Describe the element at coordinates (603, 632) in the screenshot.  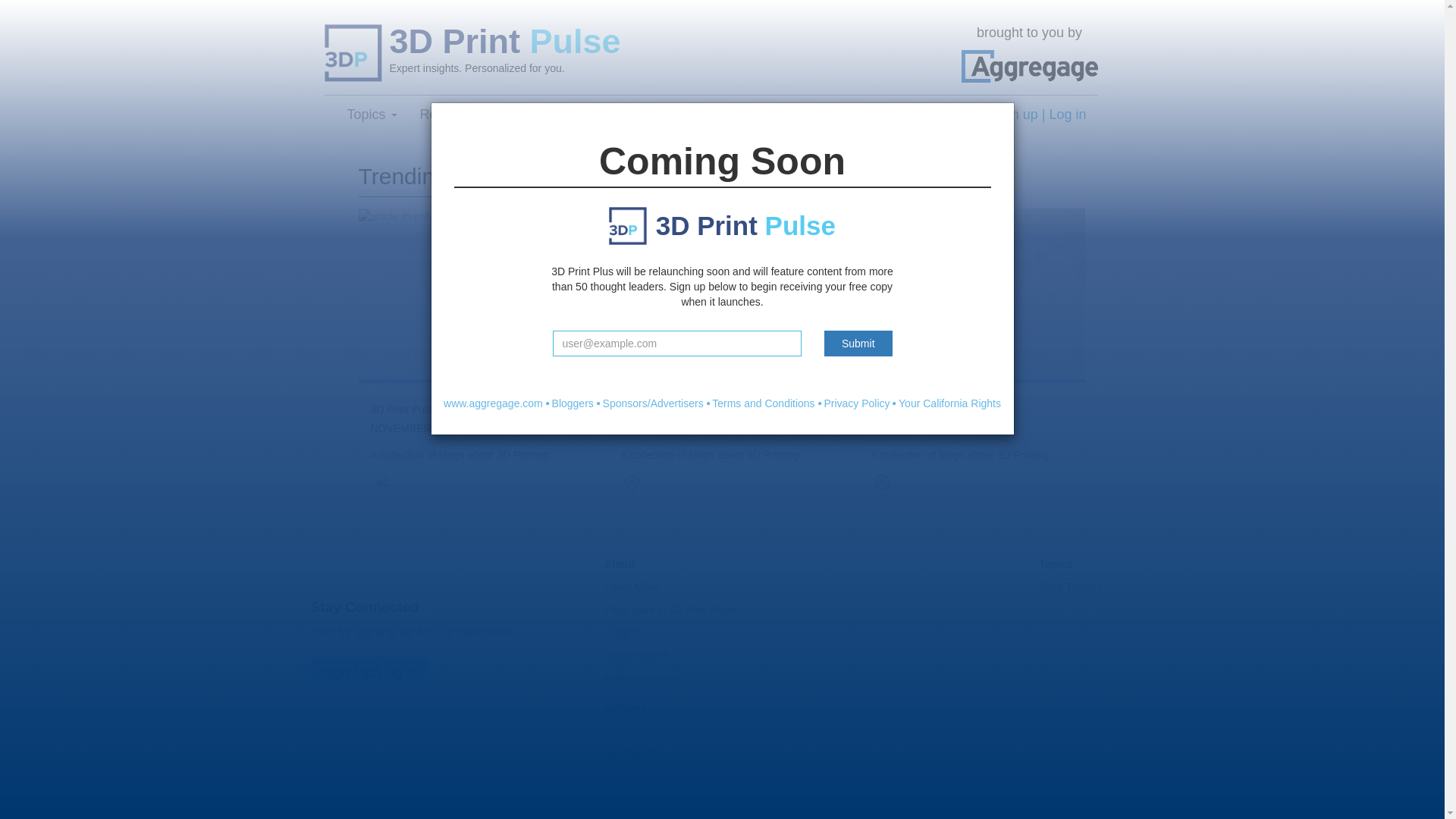
I see `'Support'` at that location.